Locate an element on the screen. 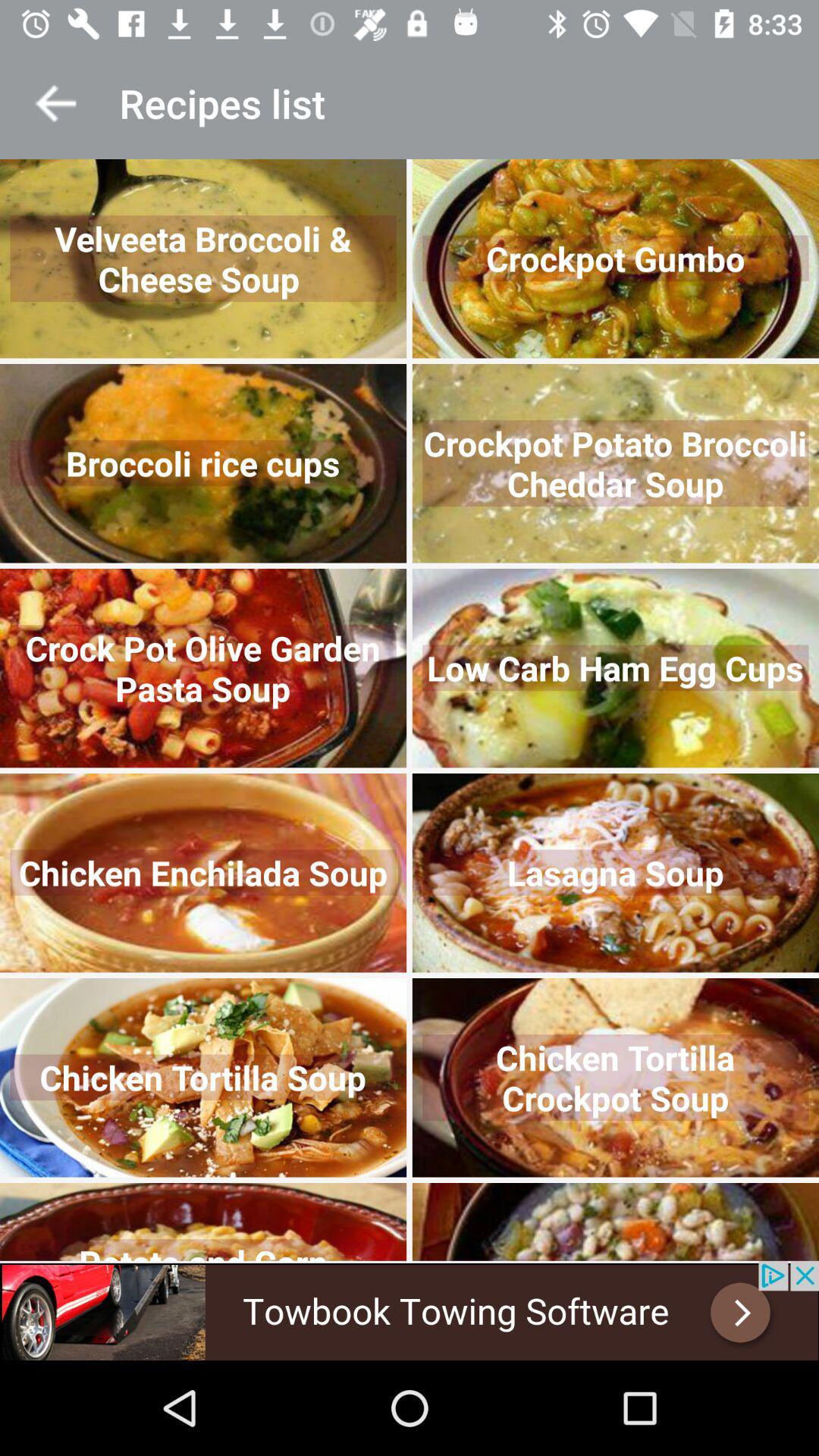  go back is located at coordinates (55, 102).